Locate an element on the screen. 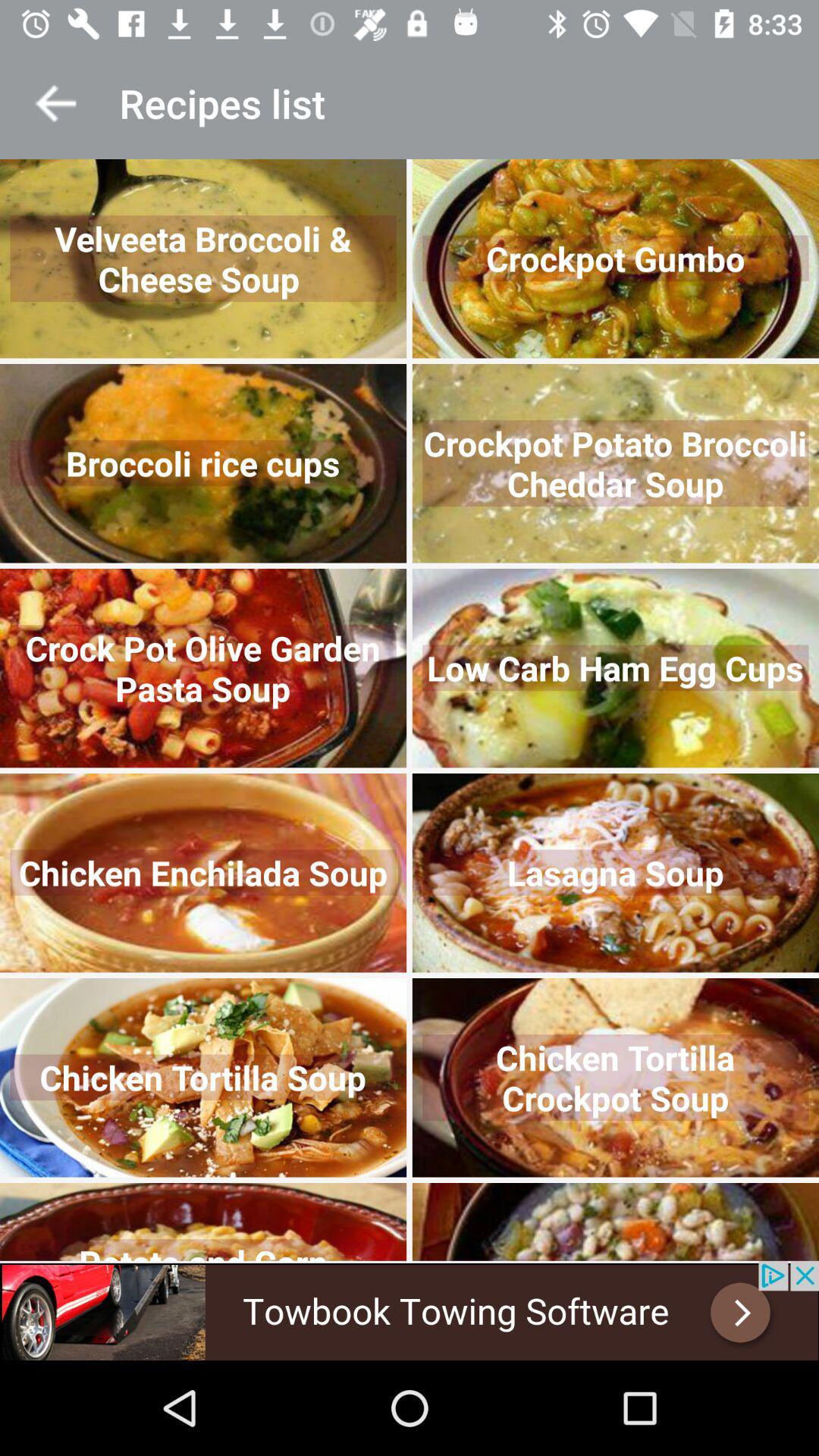  go back is located at coordinates (55, 102).